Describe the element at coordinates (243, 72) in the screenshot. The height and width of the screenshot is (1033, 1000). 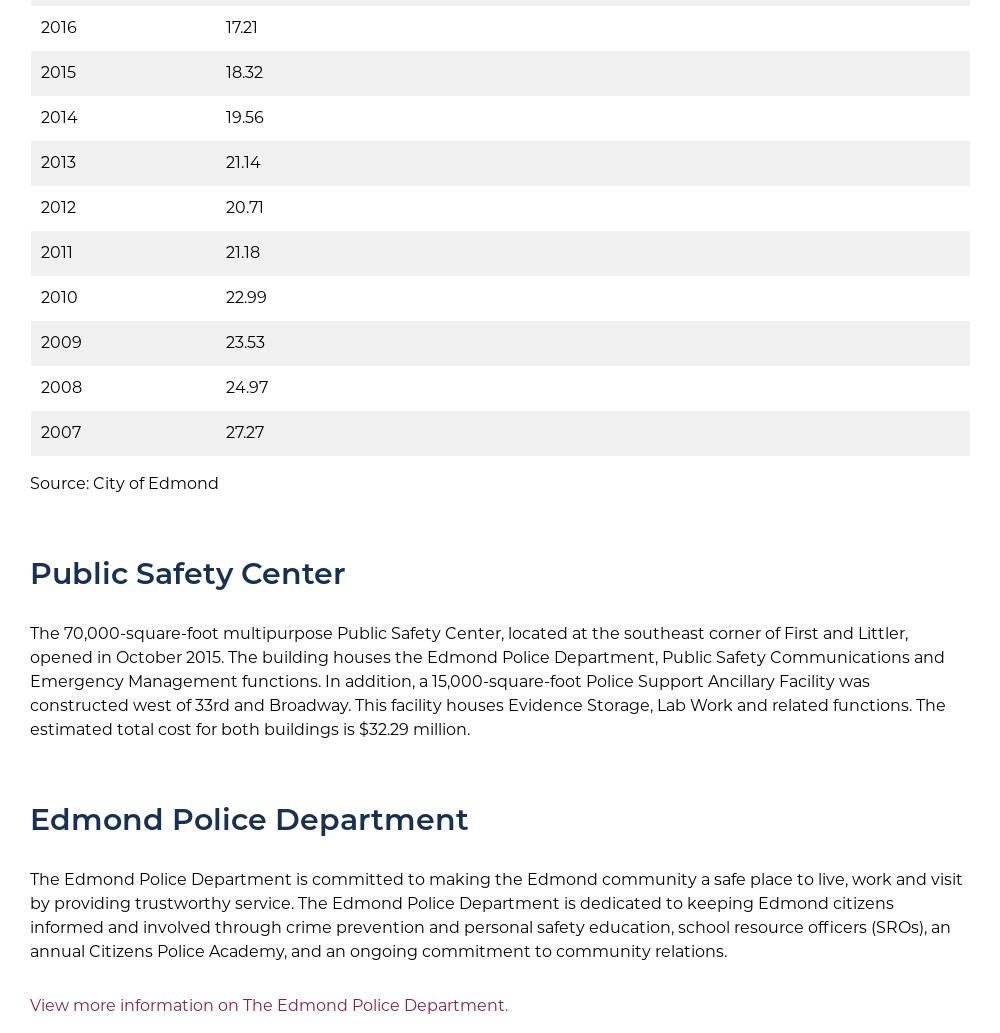
I see `'18.32'` at that location.